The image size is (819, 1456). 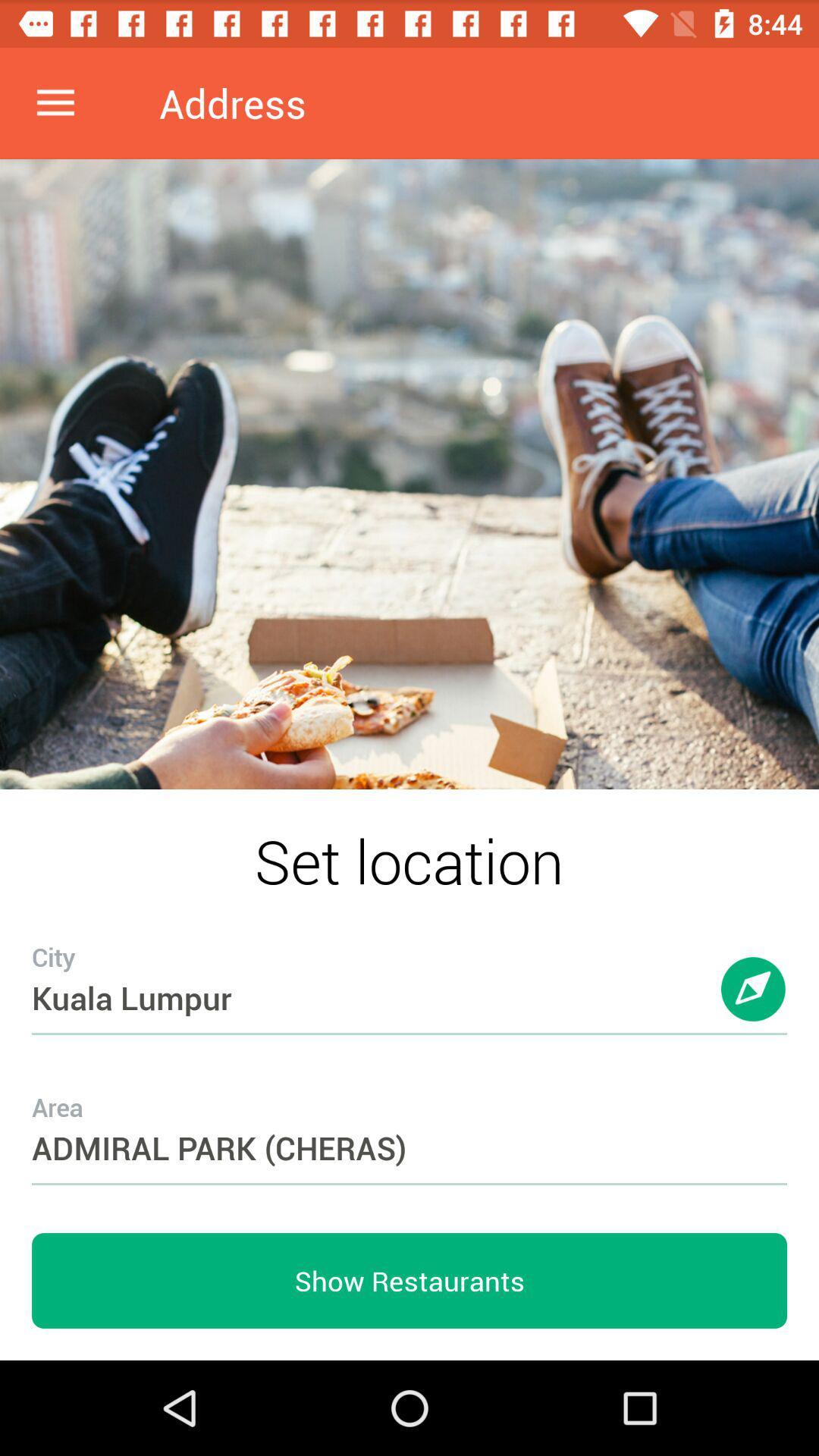 I want to click on item at the top left corner, so click(x=55, y=102).